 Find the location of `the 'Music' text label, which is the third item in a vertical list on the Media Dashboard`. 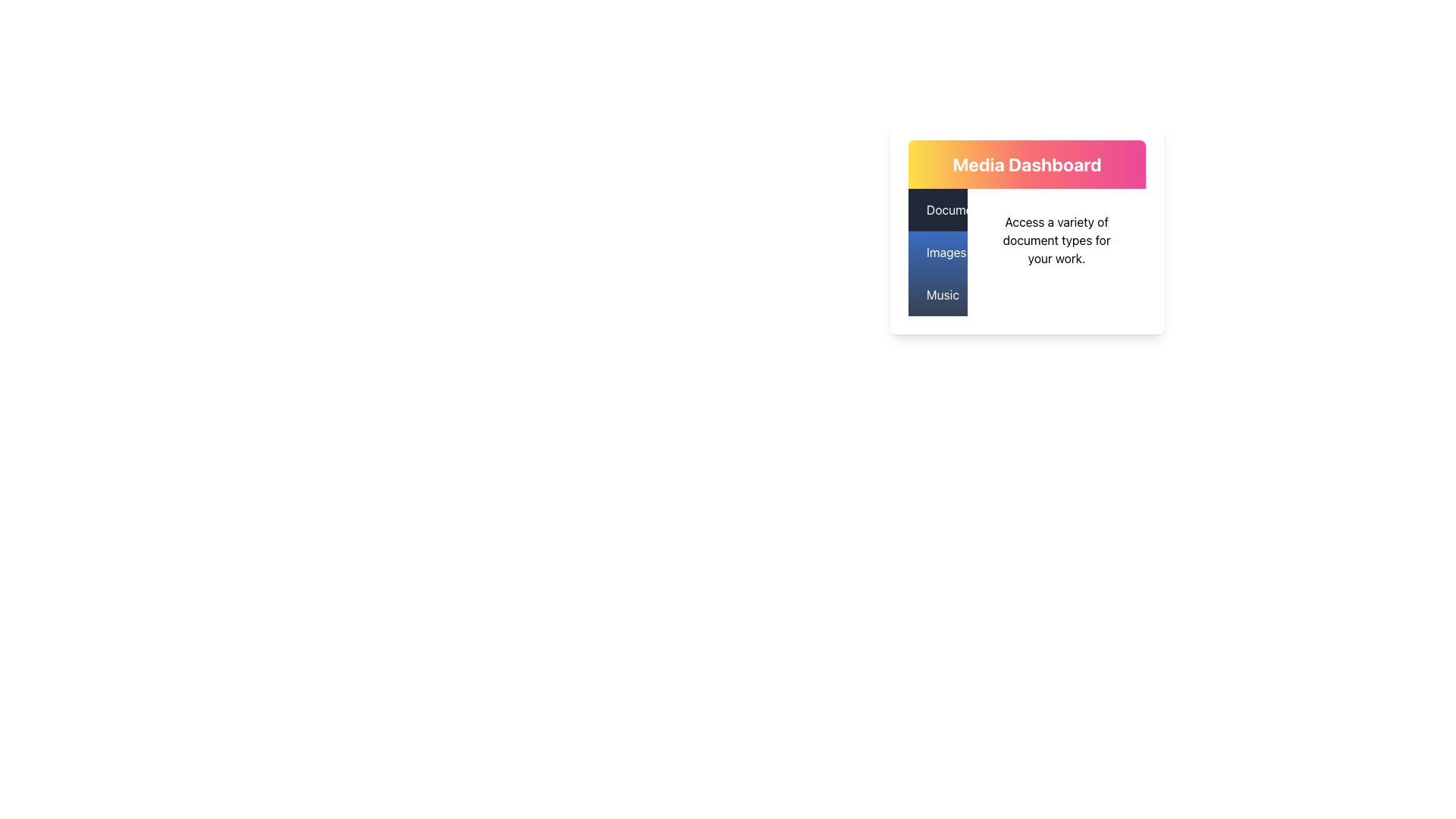

the 'Music' text label, which is the third item in a vertical list on the Media Dashboard is located at coordinates (942, 295).